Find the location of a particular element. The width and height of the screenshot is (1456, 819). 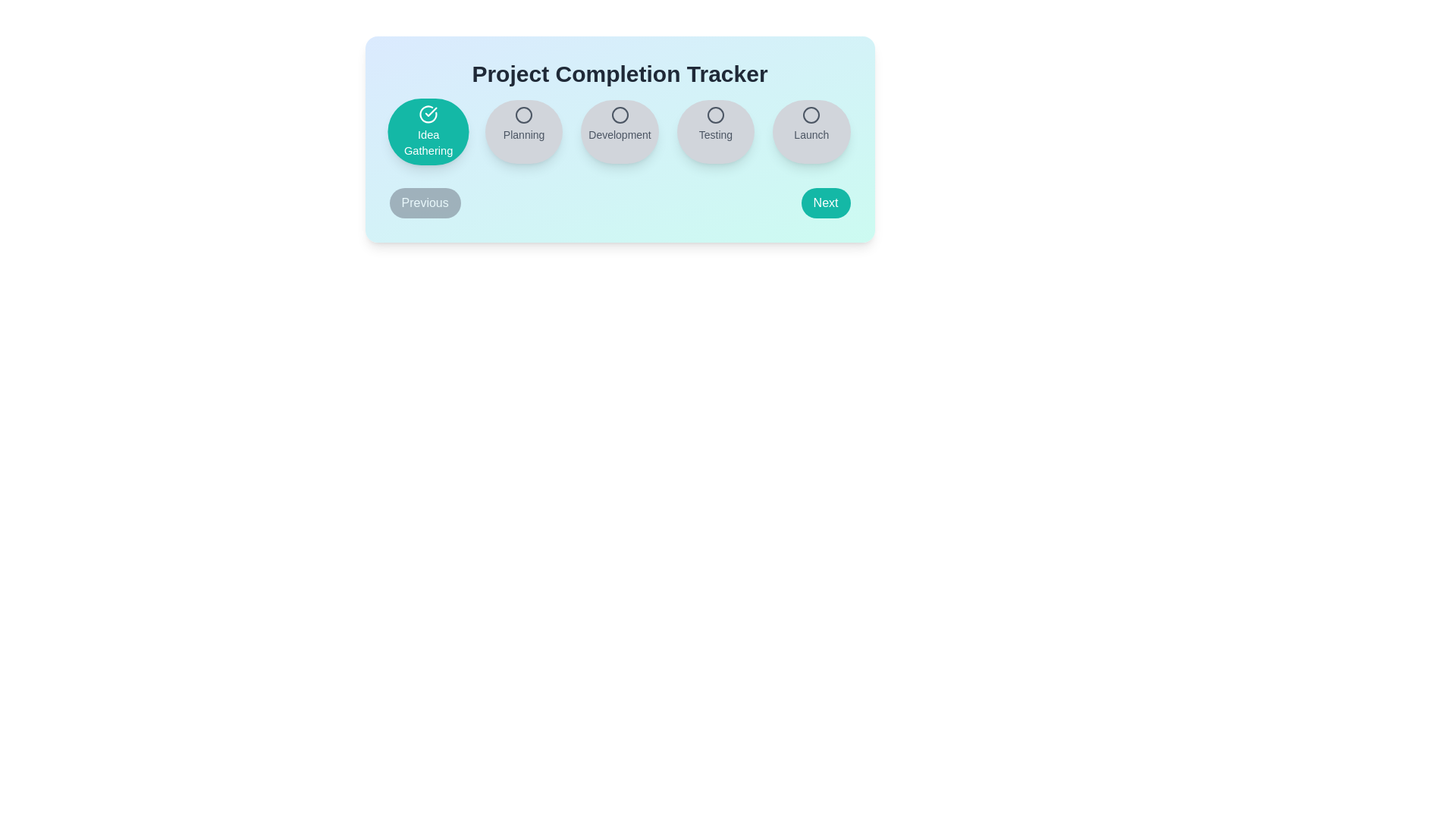

the final stage graphical icon in the progression tracker, which represents the 'Launch' stage is located at coordinates (811, 114).